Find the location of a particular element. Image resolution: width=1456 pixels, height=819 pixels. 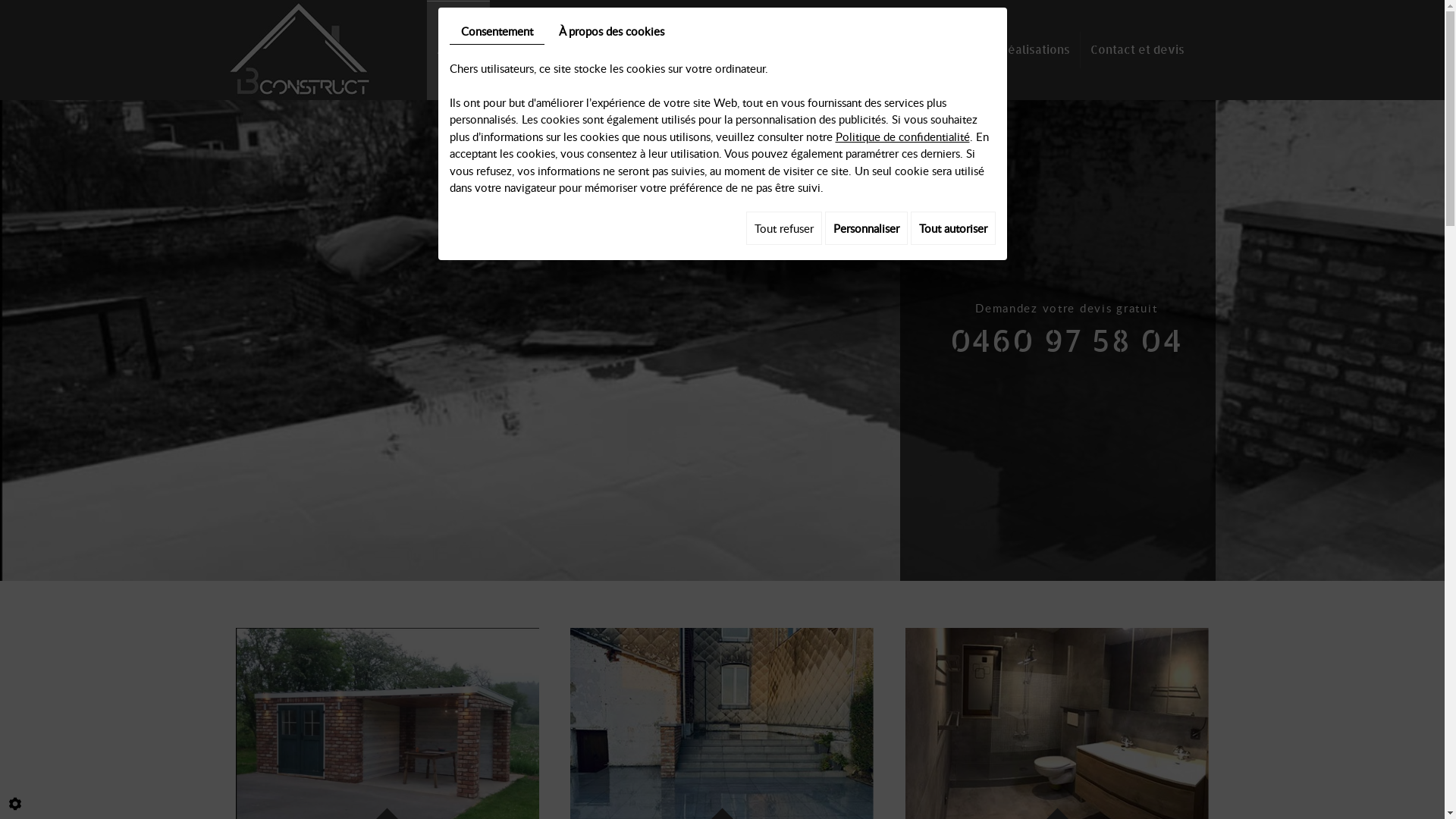

'Tout autoriser' is located at coordinates (952, 227).